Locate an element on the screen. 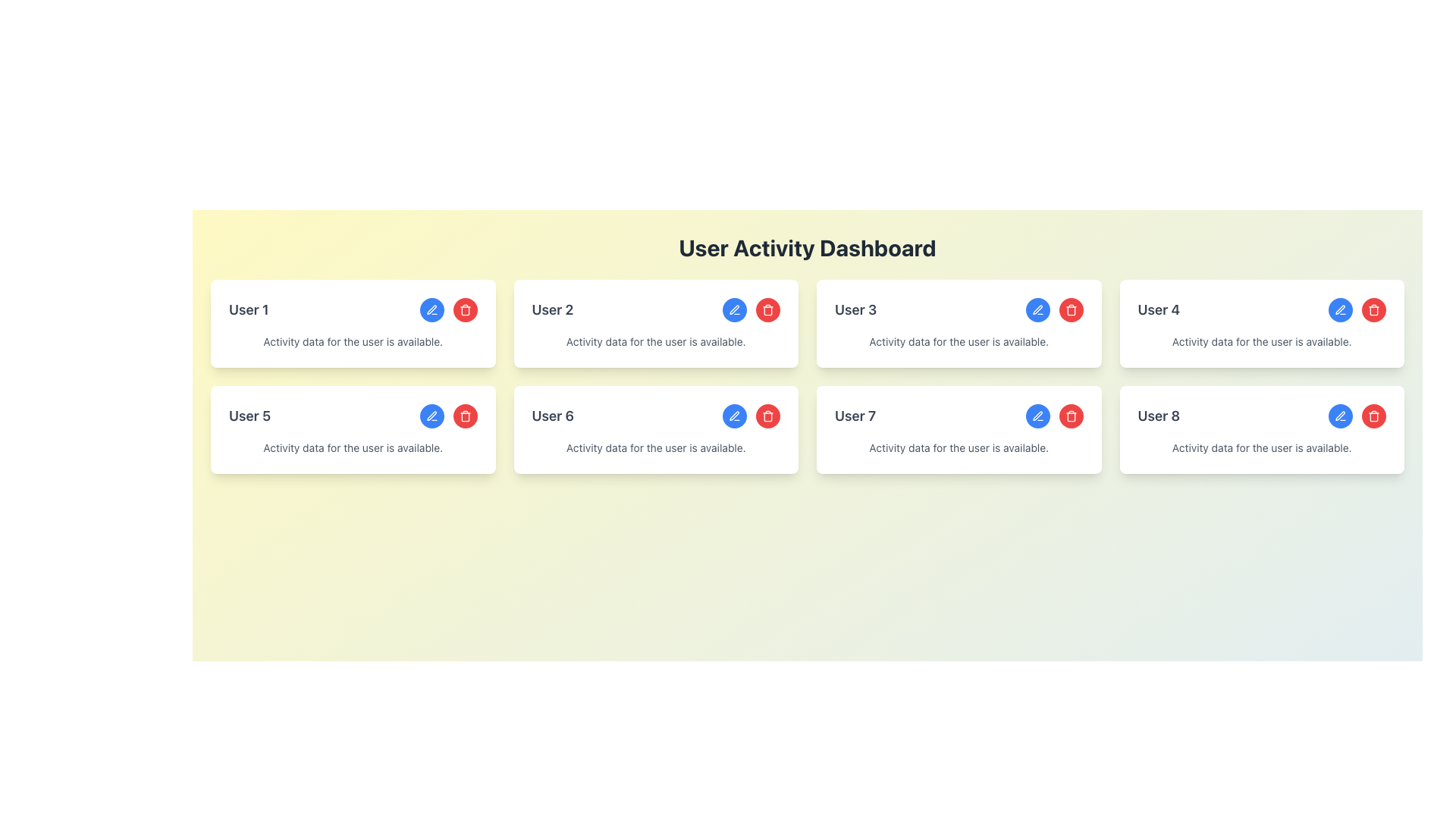  the circular red button with a white trash icon located at the right end of the button group on the card labeled 'User 3' is located at coordinates (1070, 309).